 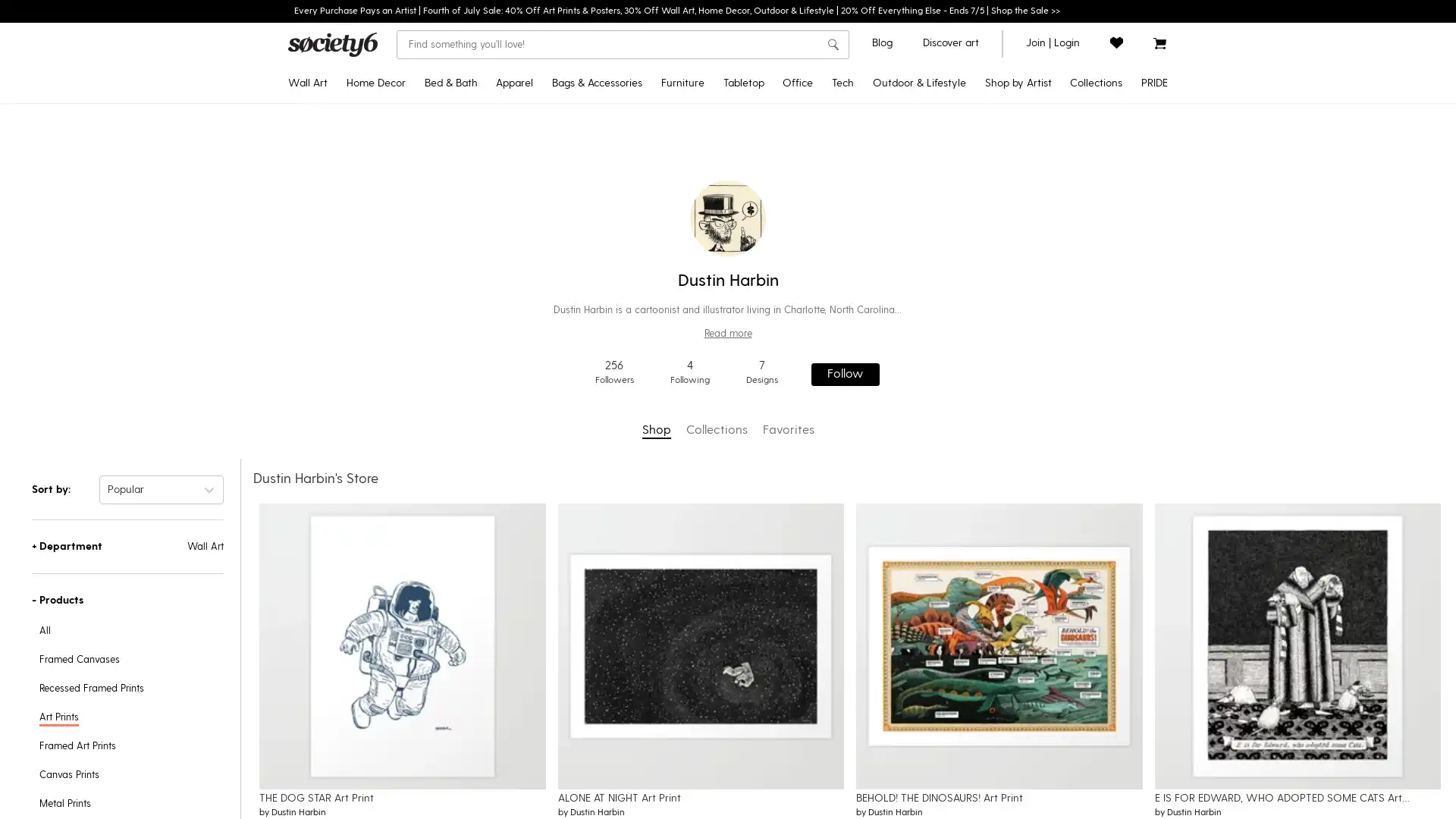 I want to click on Pixar, so click(x=977, y=170).